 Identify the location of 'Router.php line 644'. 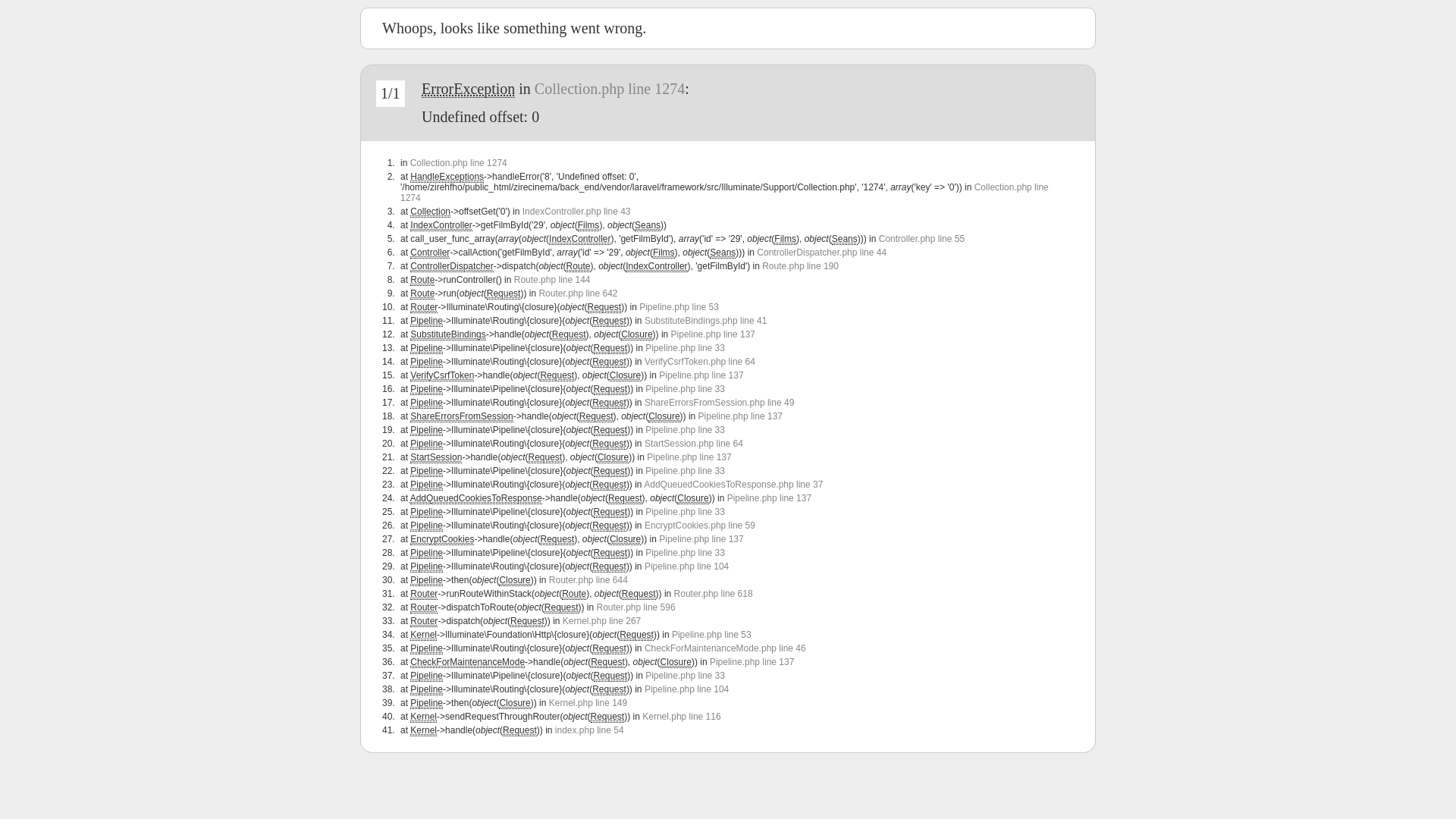
(588, 579).